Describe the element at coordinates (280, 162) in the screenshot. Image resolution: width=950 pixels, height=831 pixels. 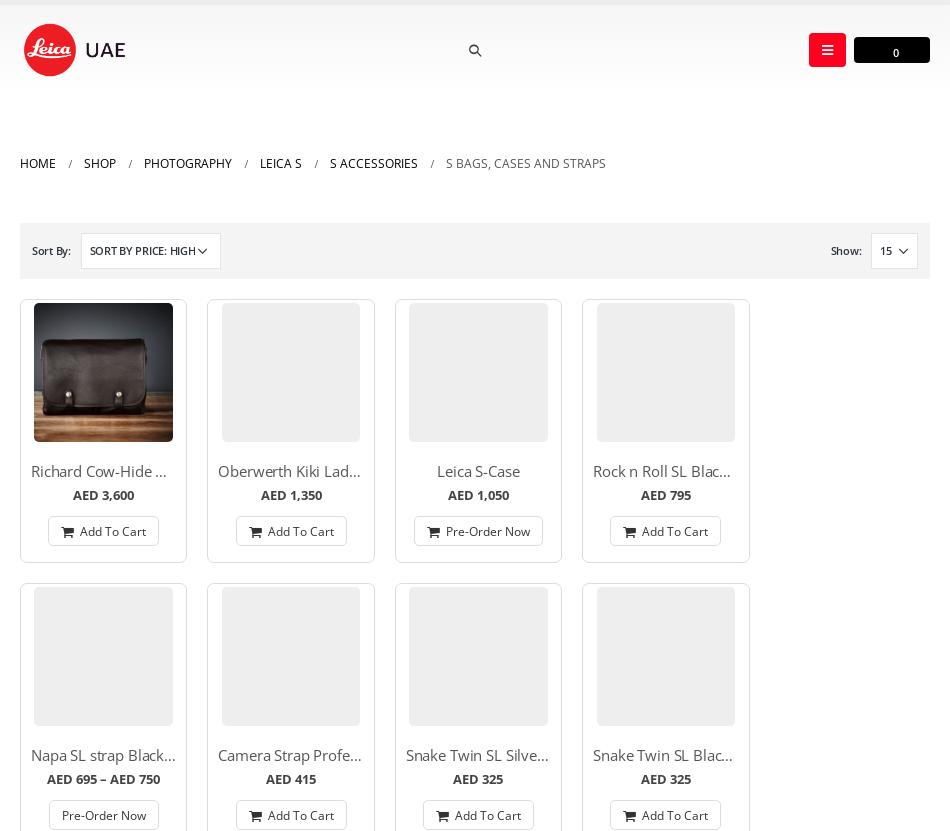
I see `'Leica S'` at that location.